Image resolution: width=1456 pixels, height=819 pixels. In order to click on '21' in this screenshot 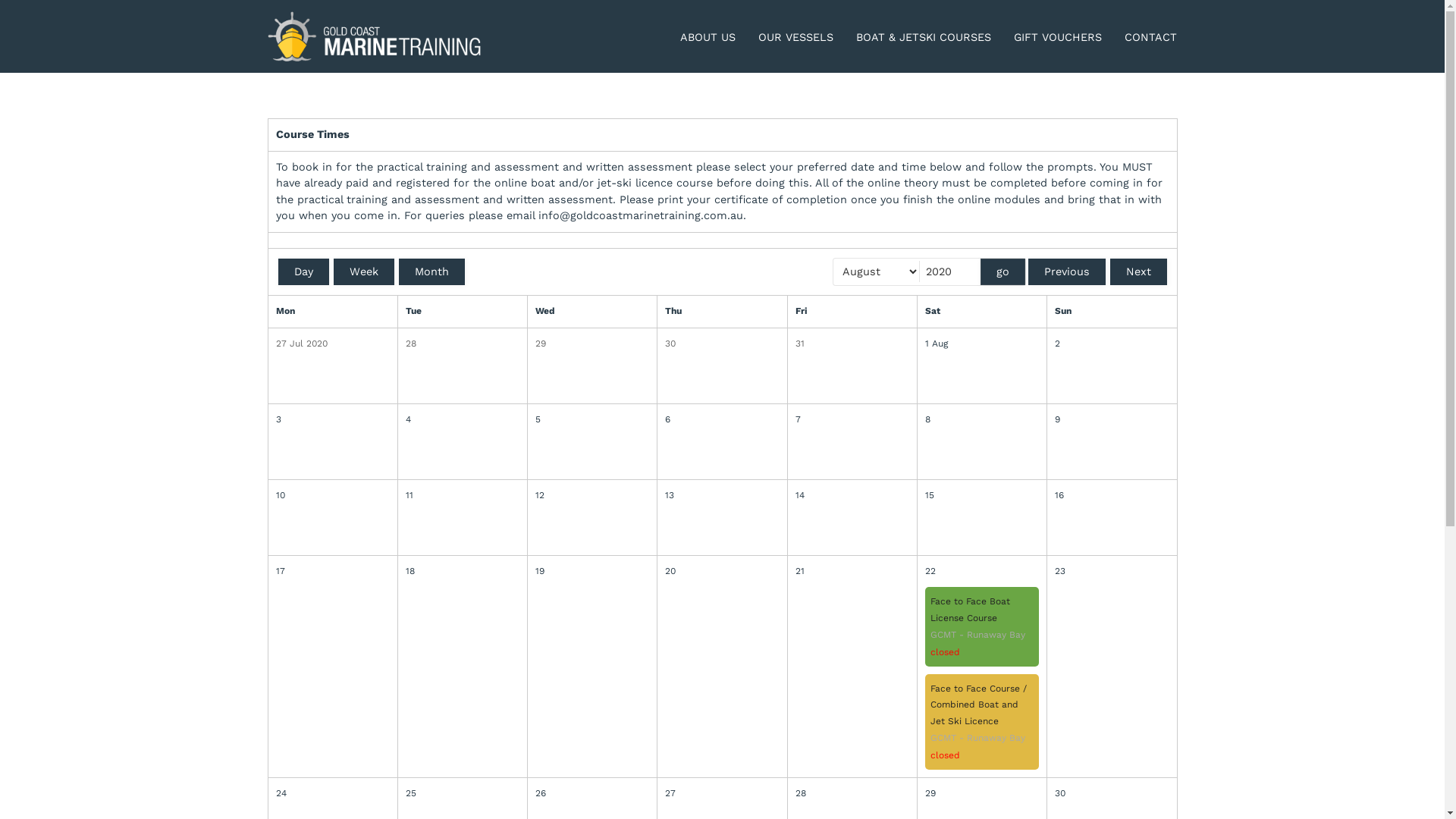, I will do `click(852, 571)`.